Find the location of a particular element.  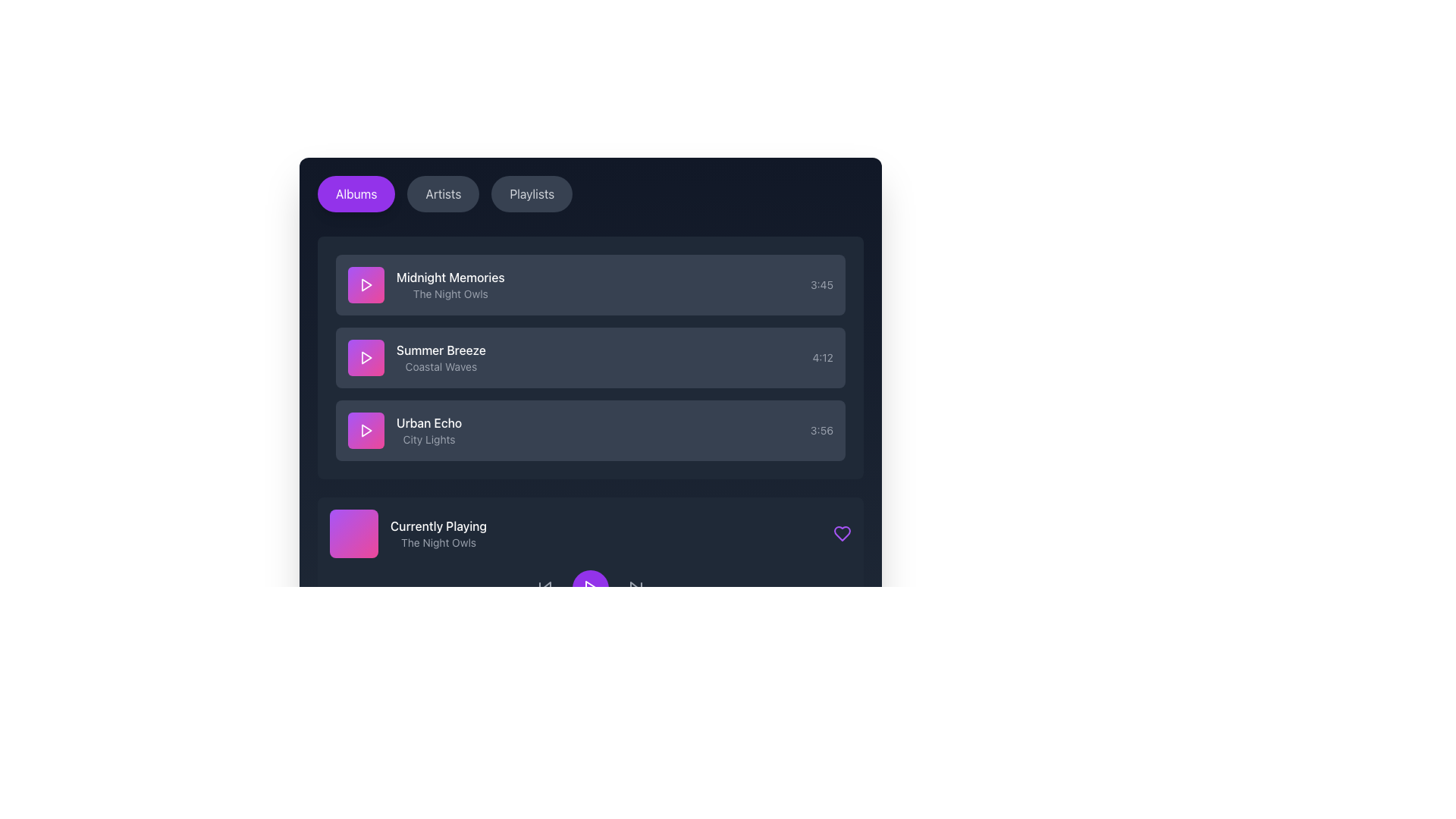

the second list item representing a music track in the scrollable block is located at coordinates (589, 357).